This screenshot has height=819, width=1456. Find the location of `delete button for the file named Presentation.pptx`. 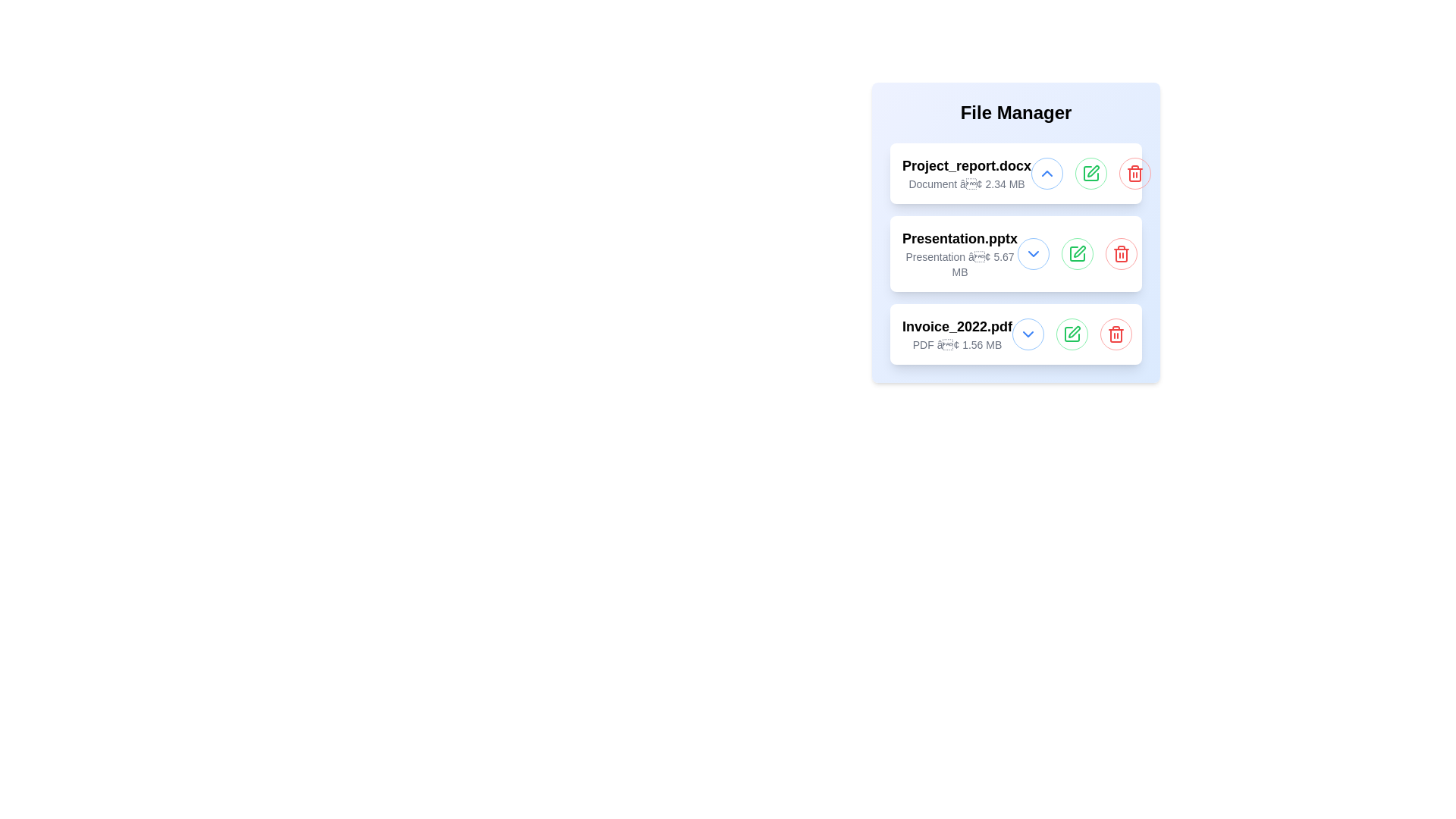

delete button for the file named Presentation.pptx is located at coordinates (1121, 253).